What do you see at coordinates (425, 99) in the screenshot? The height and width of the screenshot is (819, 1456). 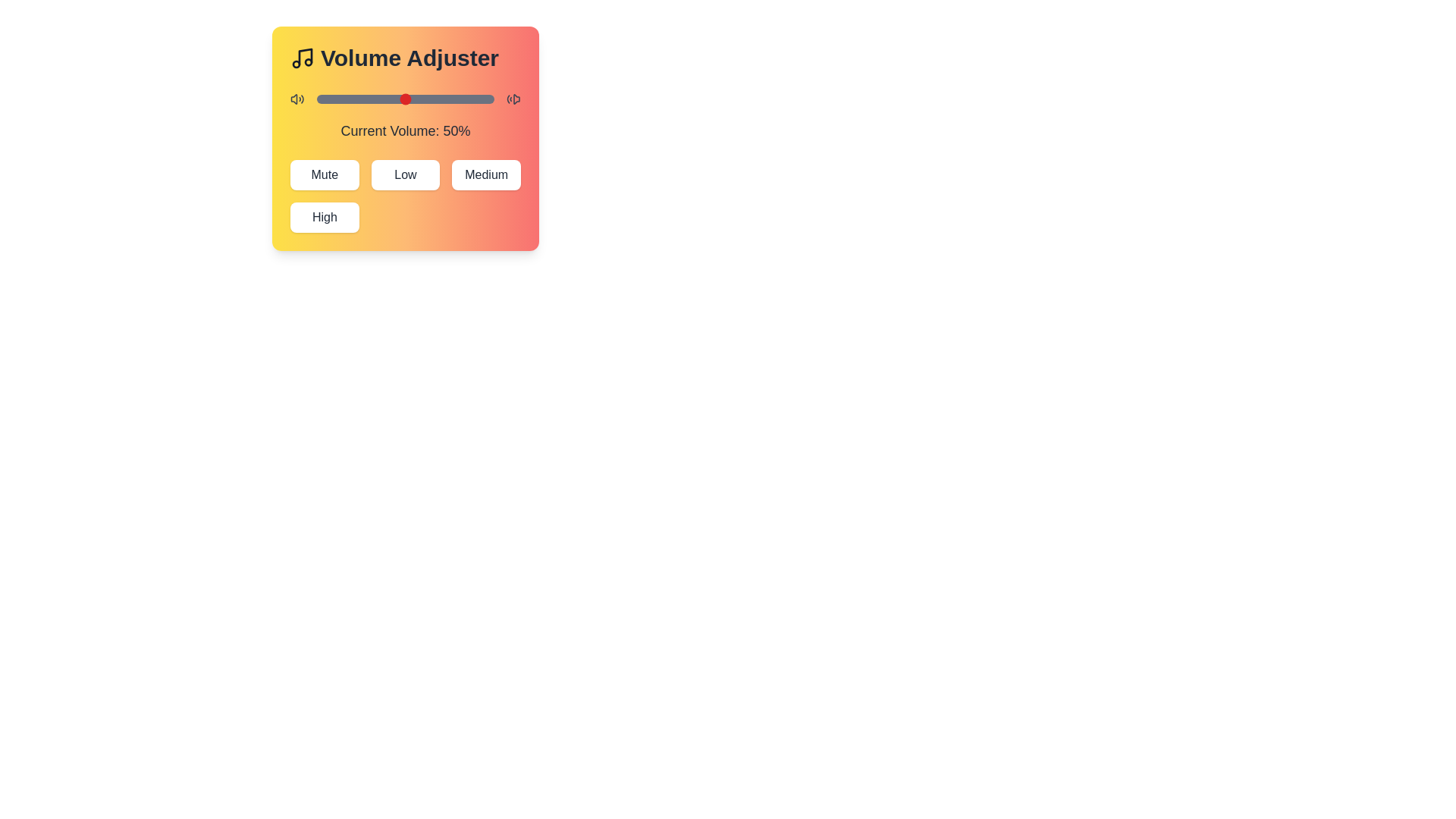 I see `the volume slider to set the volume to 61%` at bounding box center [425, 99].